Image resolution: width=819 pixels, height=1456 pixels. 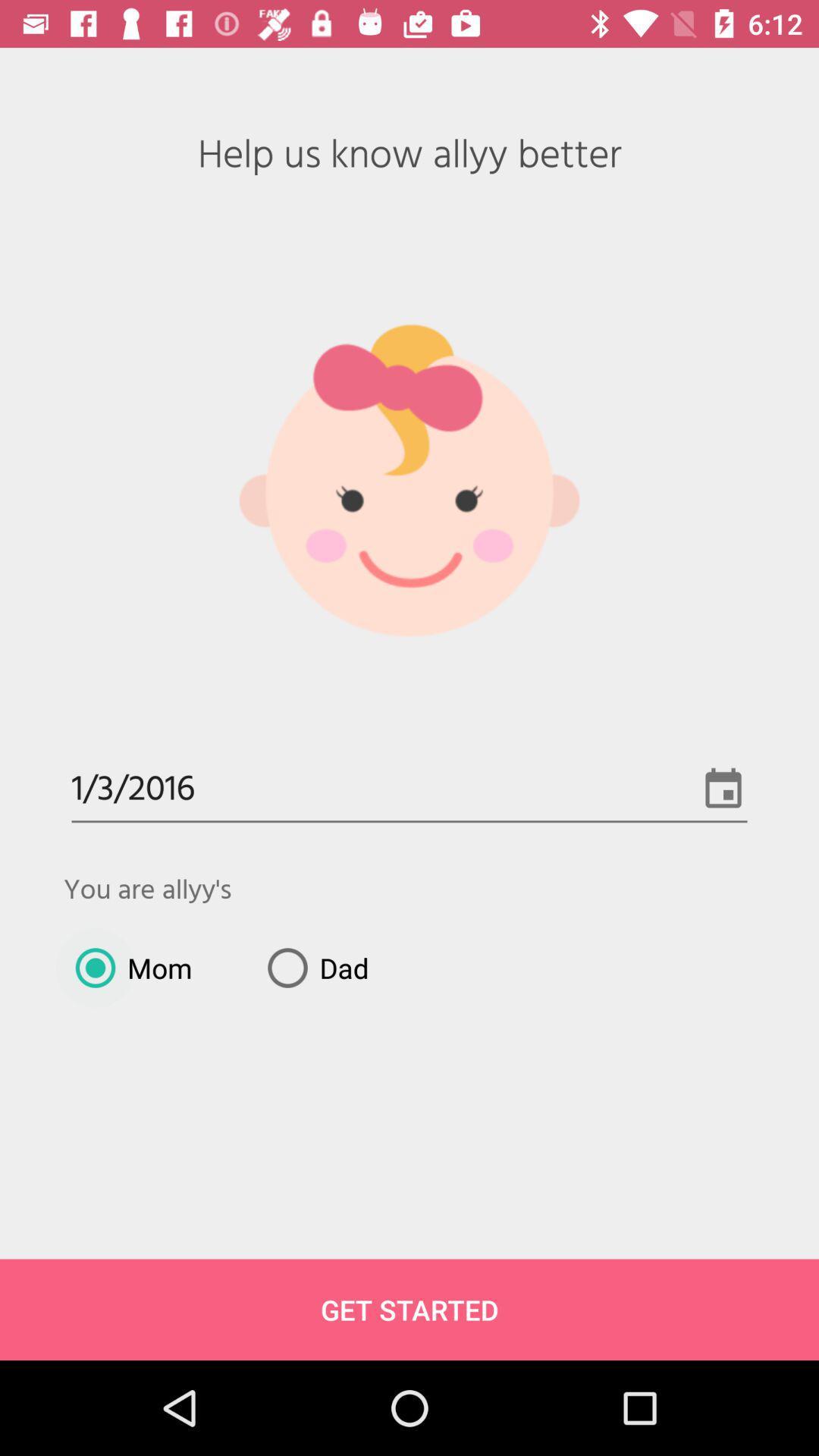 I want to click on the item above the you are allyy icon, so click(x=409, y=789).